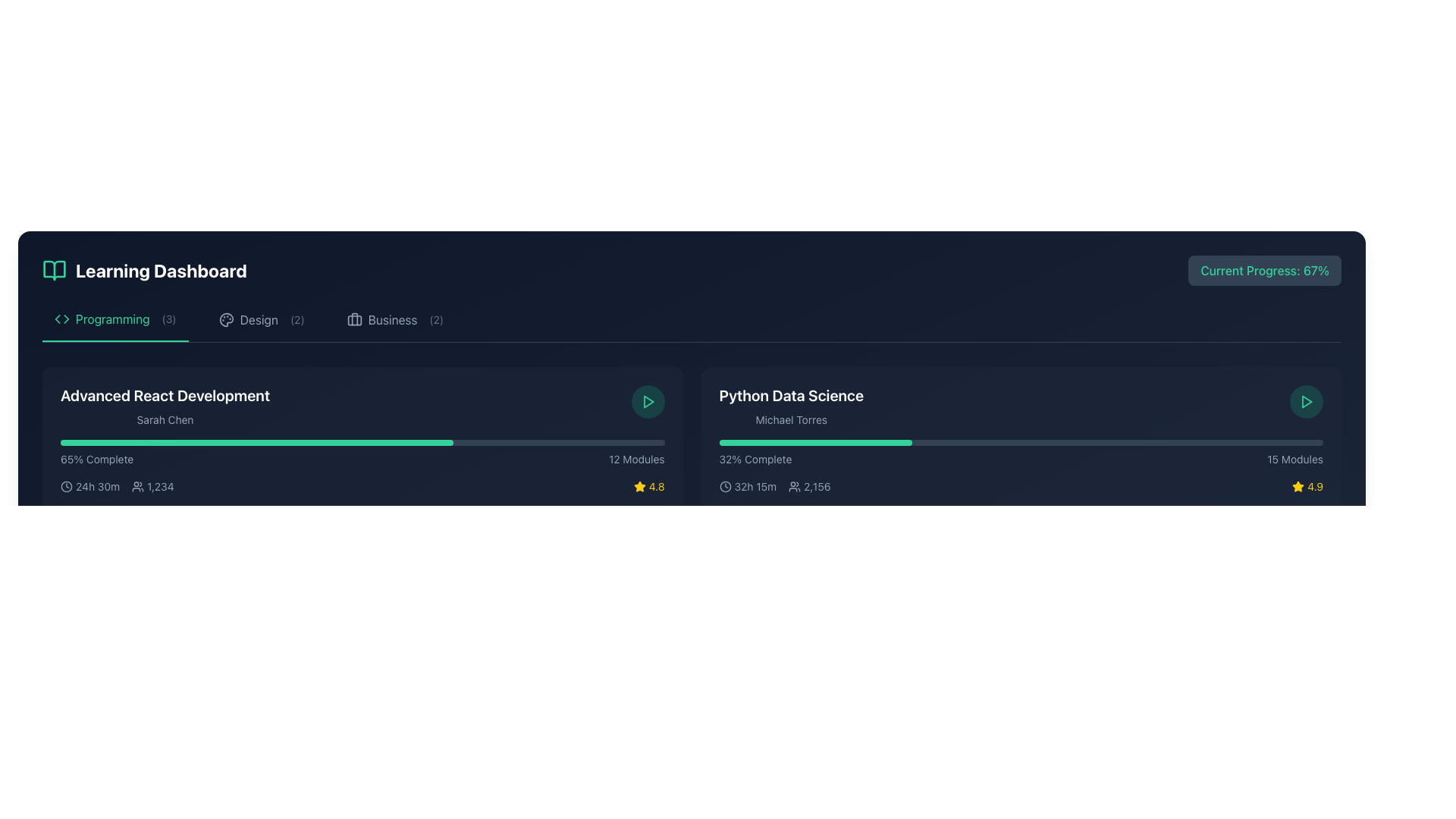  Describe the element at coordinates (1265, 270) in the screenshot. I see `the Static Text Label that indicates a completion percentage for a task, located in the upper-right corner of the interface` at that location.